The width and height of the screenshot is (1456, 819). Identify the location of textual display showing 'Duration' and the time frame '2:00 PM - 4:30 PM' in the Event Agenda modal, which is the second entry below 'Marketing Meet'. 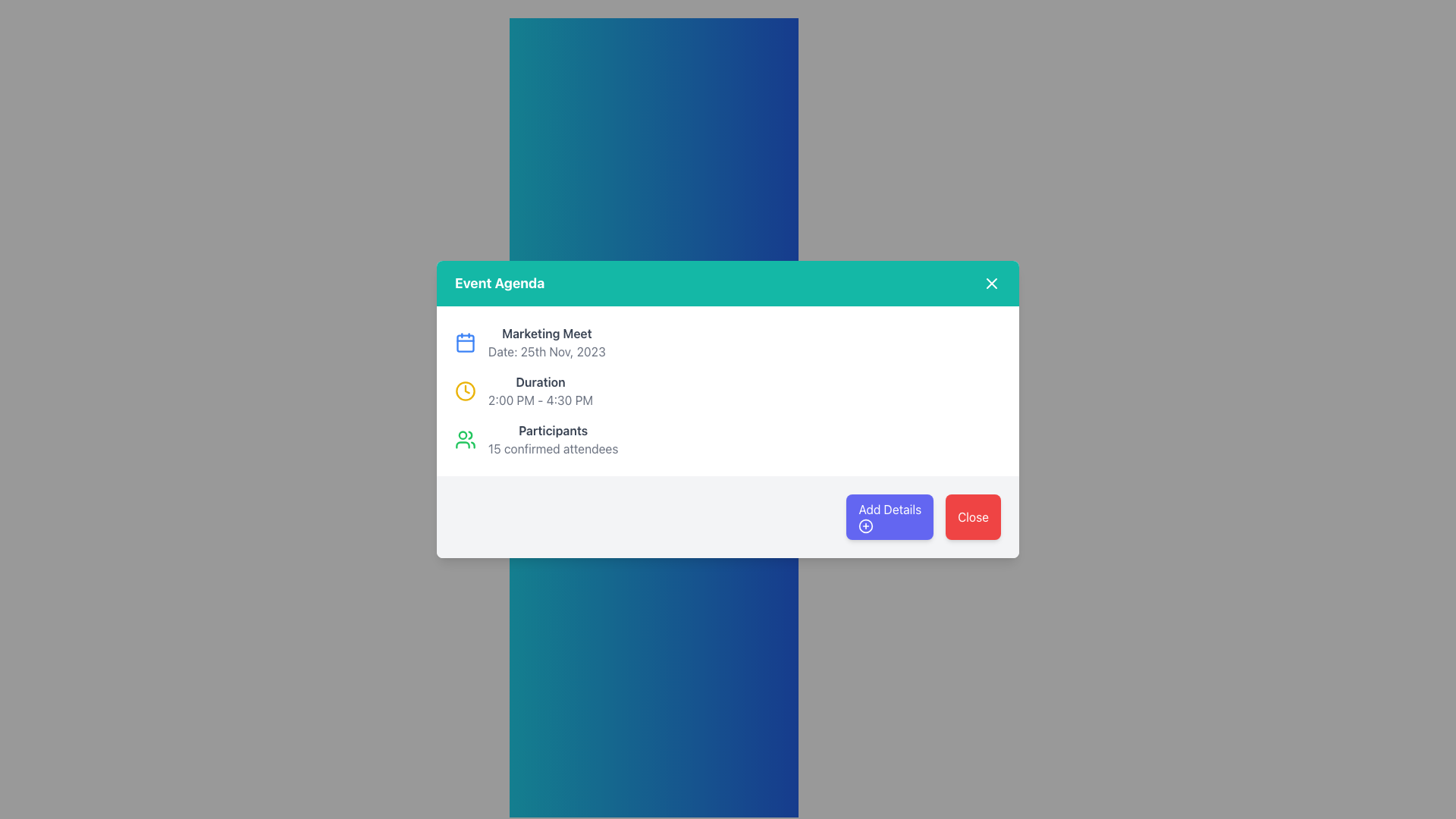
(541, 391).